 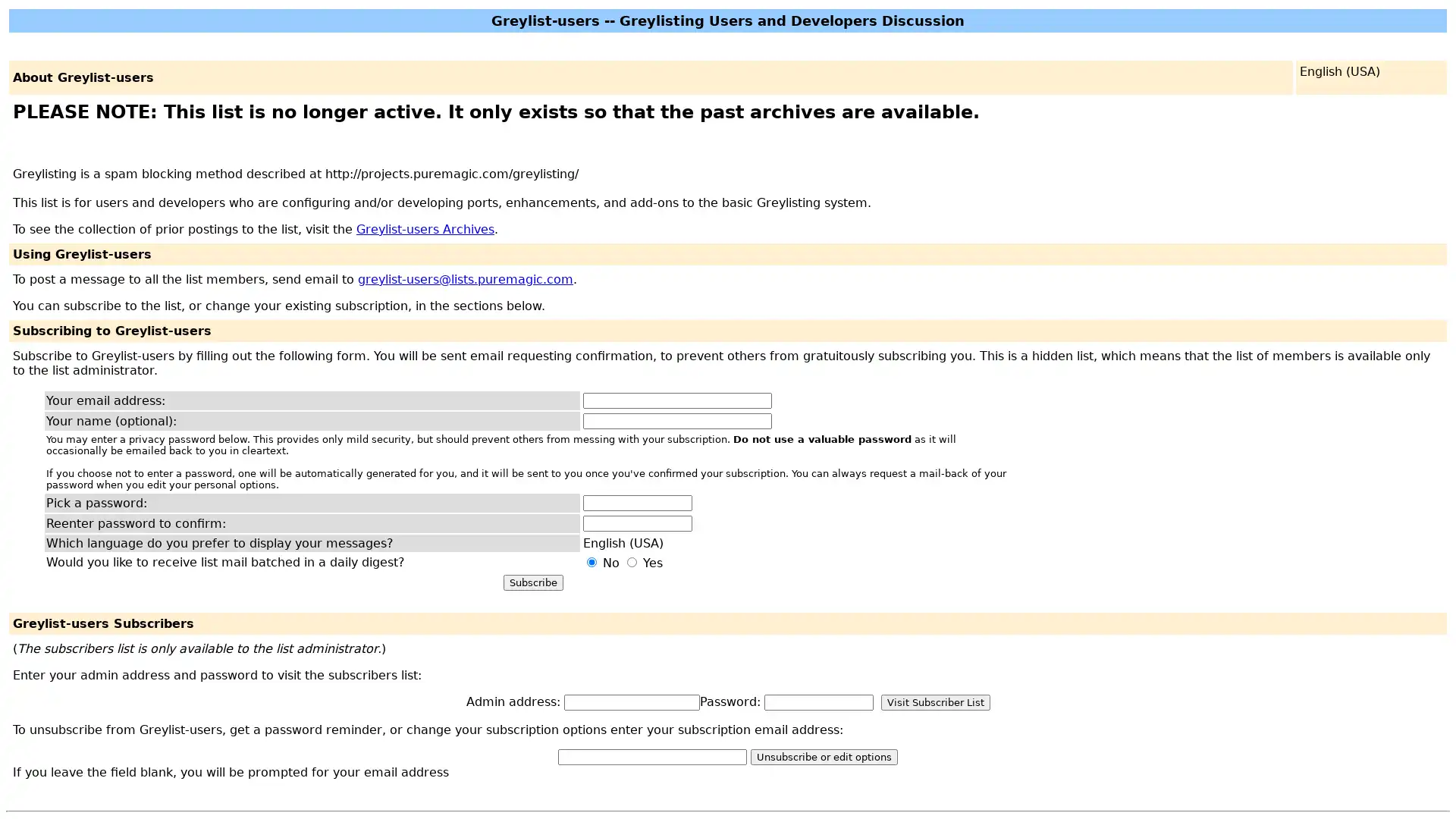 What do you see at coordinates (823, 756) in the screenshot?
I see `Unsubscribe or edit options` at bounding box center [823, 756].